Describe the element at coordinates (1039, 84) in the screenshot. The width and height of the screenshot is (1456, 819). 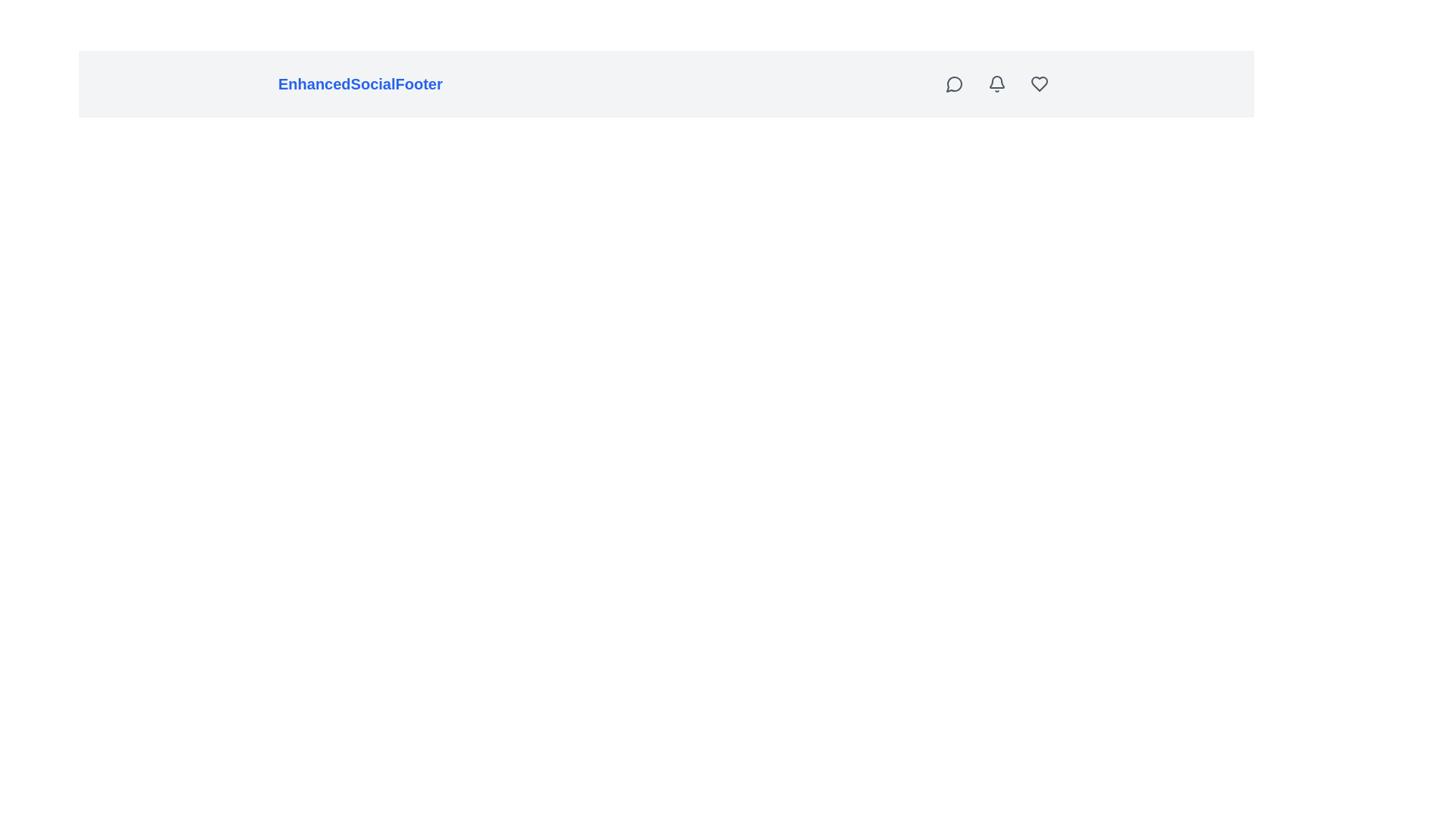
I see `the heart-shaped icon, which is the fourth icon in the top-right horizontal toolbar` at that location.